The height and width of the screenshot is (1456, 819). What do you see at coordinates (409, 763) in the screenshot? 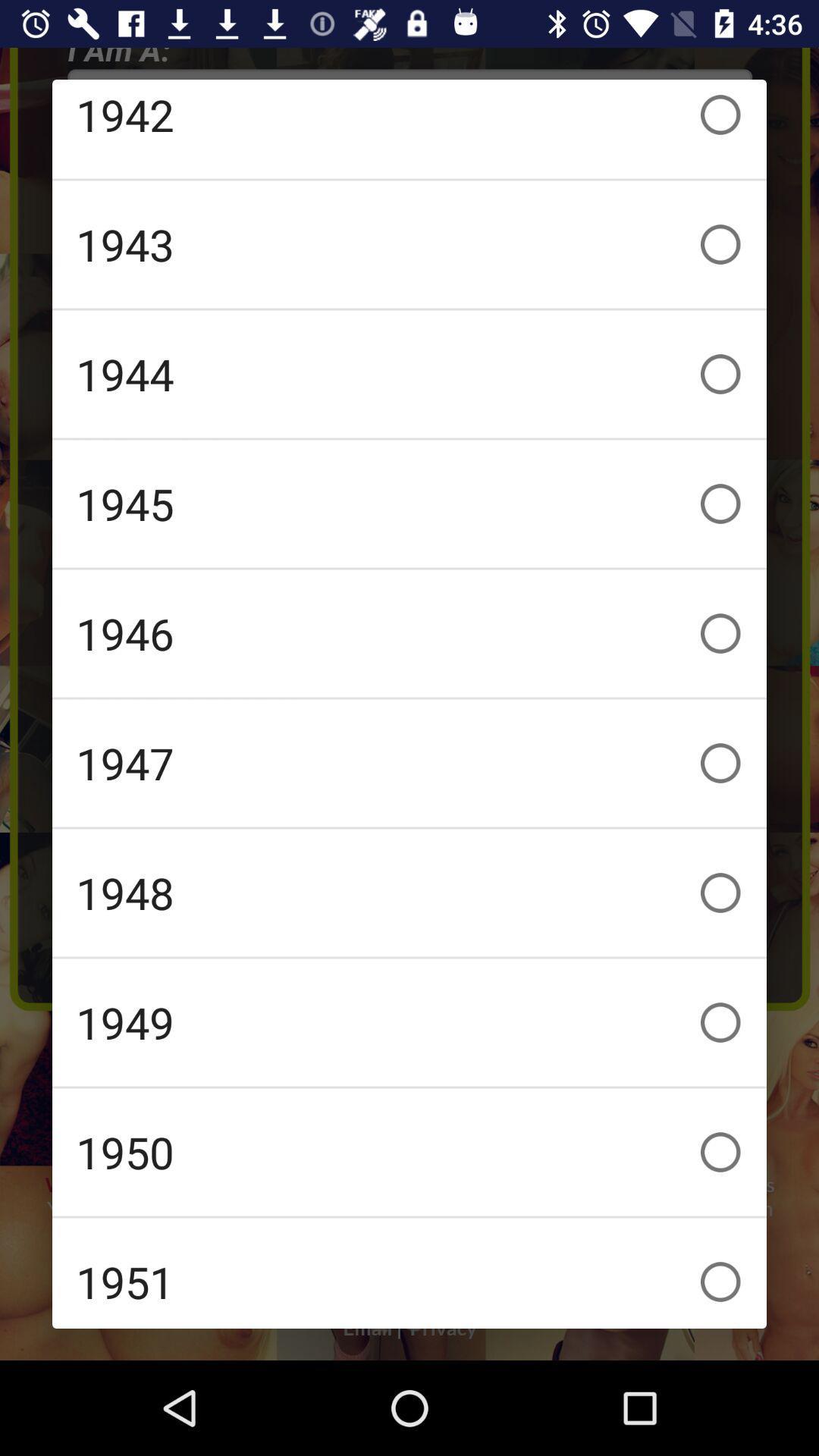
I see `item above the 1948 item` at bounding box center [409, 763].